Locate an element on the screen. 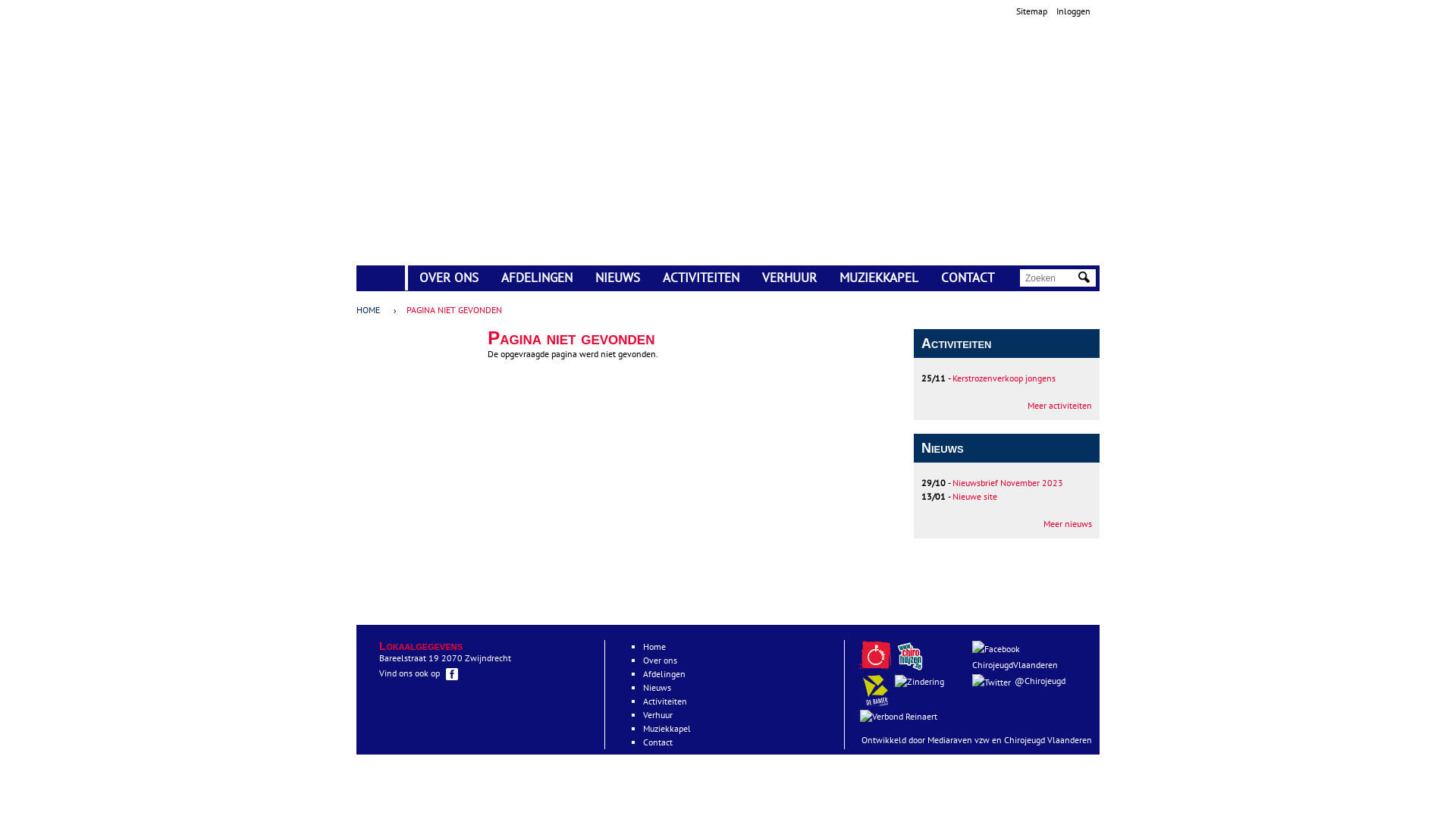  'VERHUUR' is located at coordinates (789, 278).